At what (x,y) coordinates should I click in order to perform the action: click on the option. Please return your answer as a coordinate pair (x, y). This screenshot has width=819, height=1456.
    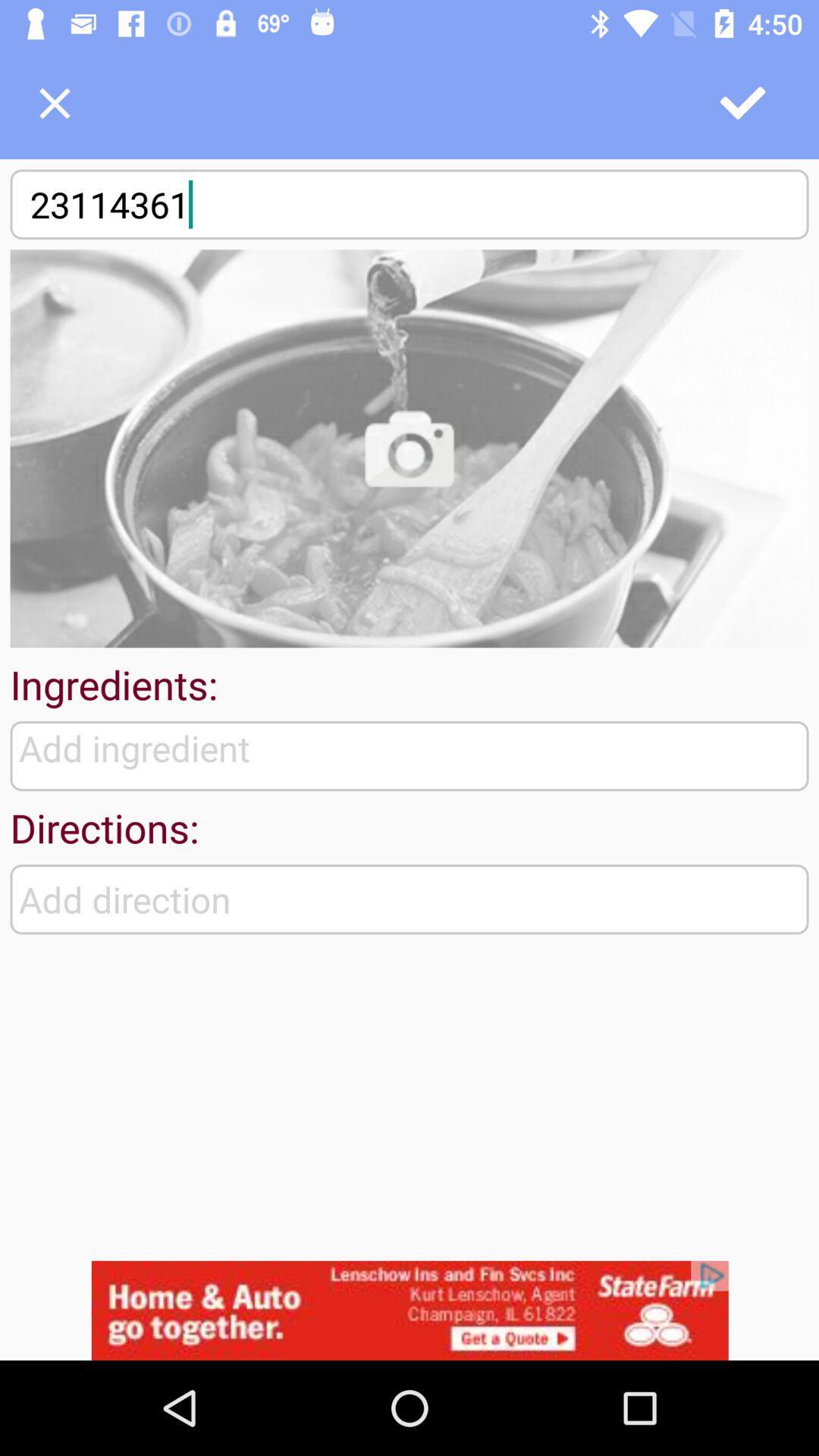
    Looking at the image, I should click on (409, 1310).